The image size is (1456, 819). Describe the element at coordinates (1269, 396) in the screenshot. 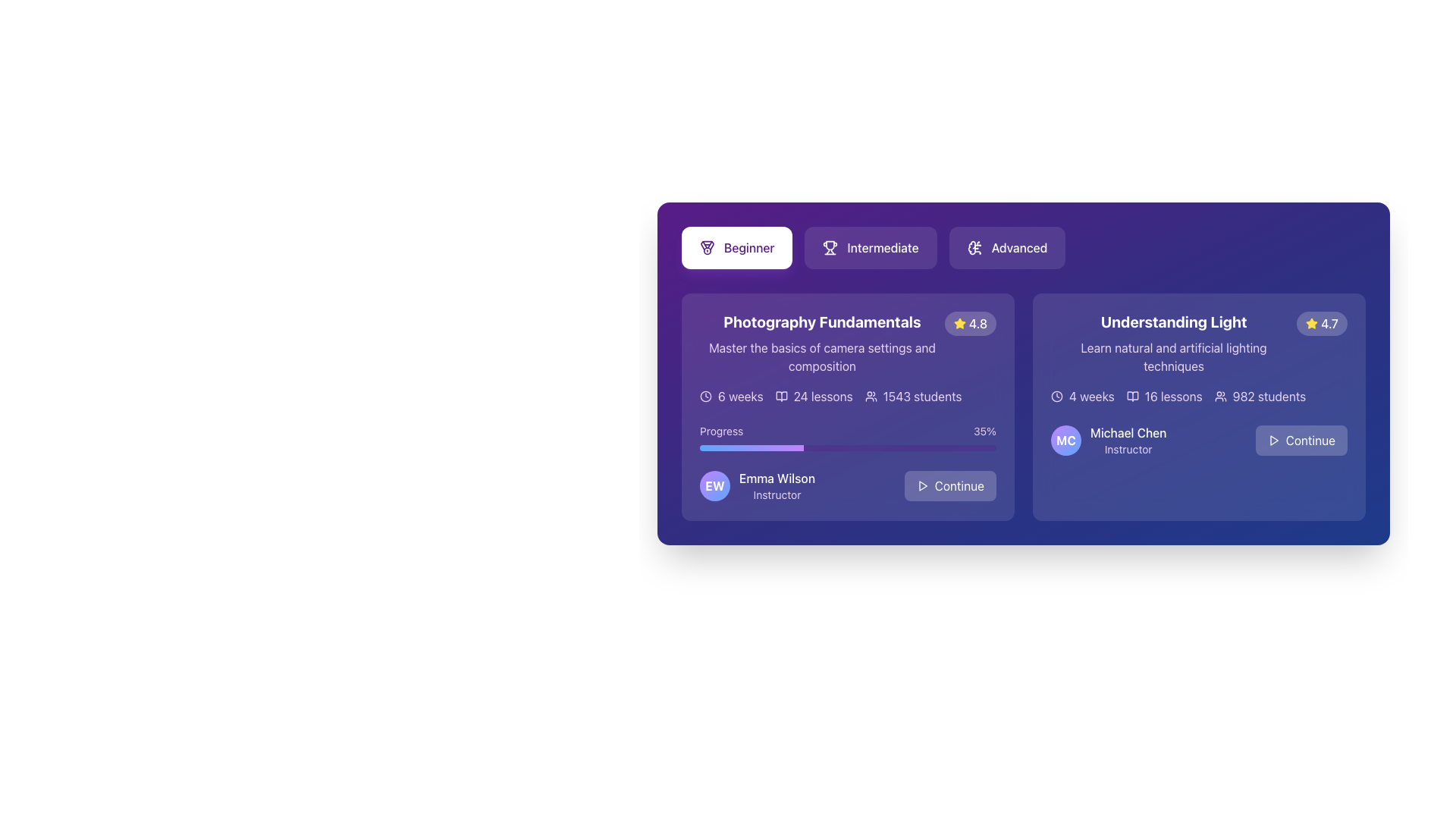

I see `the static text displaying '982 students' in white color on a purple background, which is part of the course card for 'Understanding Light.'` at that location.